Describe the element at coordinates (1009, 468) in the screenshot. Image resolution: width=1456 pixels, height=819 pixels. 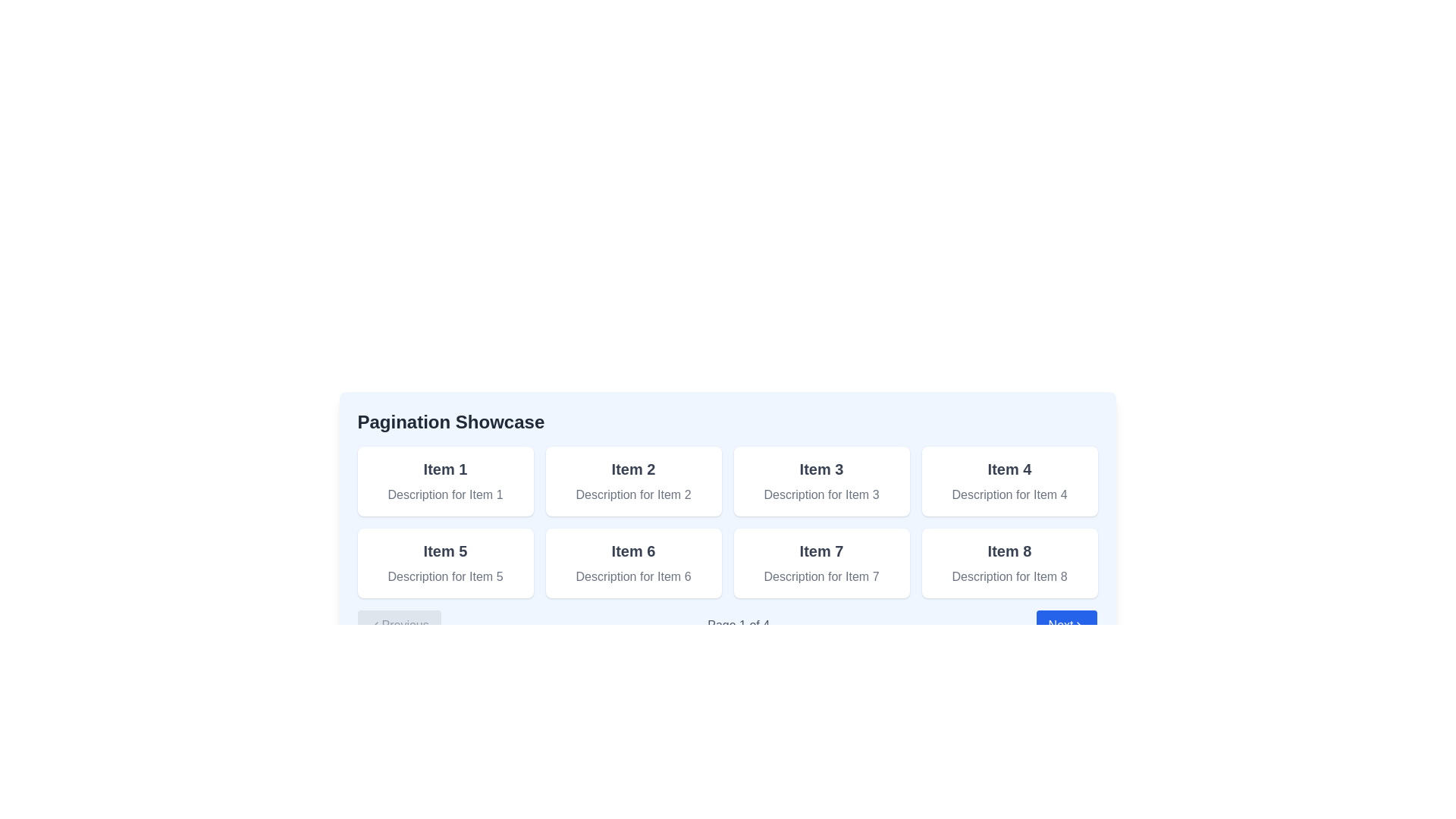
I see `the static text element that serves as the title or heading for a specific item within the grid, located in the top line of the second column` at that location.